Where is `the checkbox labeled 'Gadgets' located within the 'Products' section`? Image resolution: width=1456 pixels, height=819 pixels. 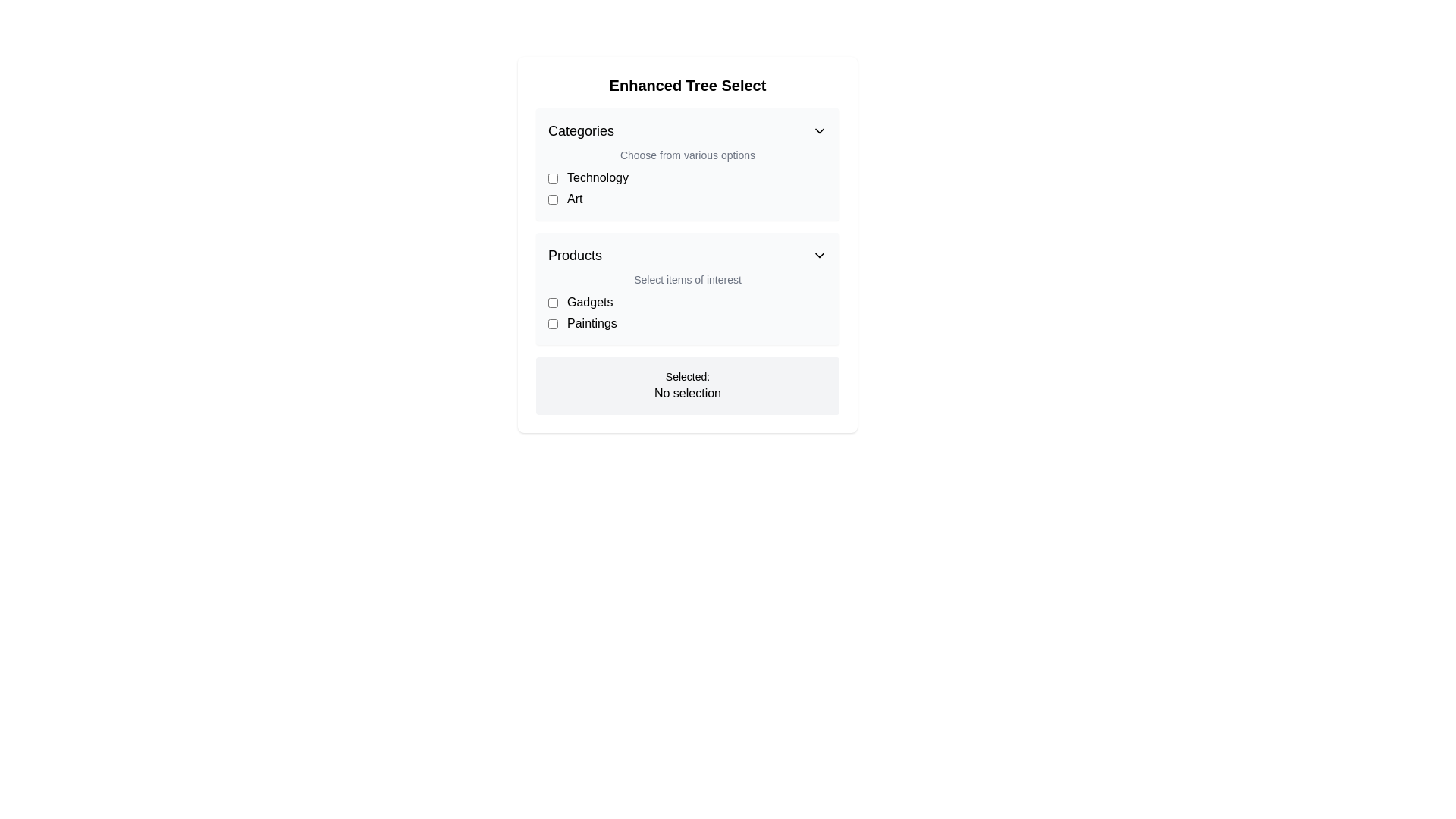
the checkbox labeled 'Gadgets' located within the 'Products' section is located at coordinates (552, 302).